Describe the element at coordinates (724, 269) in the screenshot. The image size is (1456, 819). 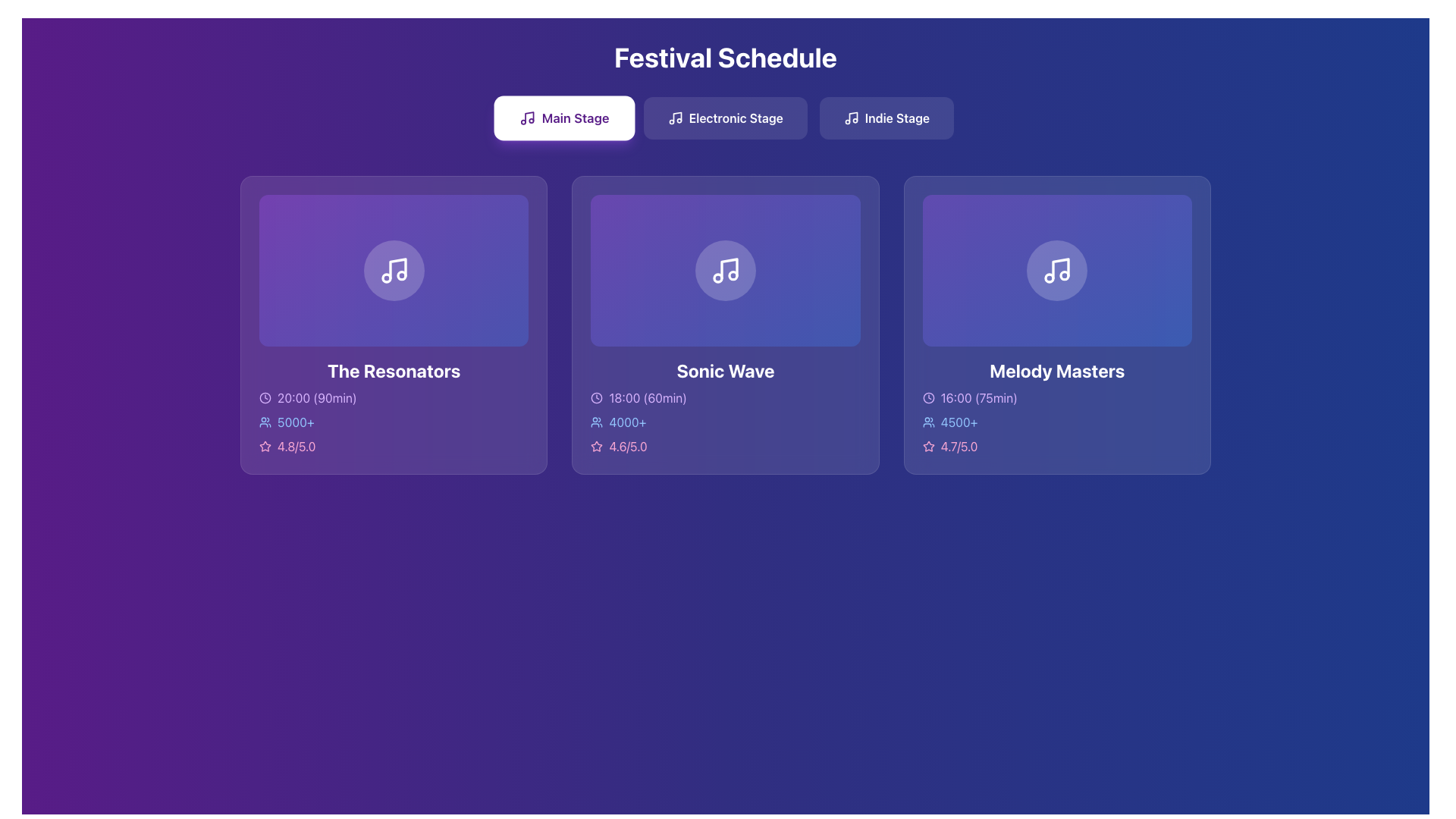
I see `the music icon that symbolizes the 'Sonic Wave' event, centrally placed in the 'Sonic Wave' panel under the 'Festival Schedule' heading` at that location.